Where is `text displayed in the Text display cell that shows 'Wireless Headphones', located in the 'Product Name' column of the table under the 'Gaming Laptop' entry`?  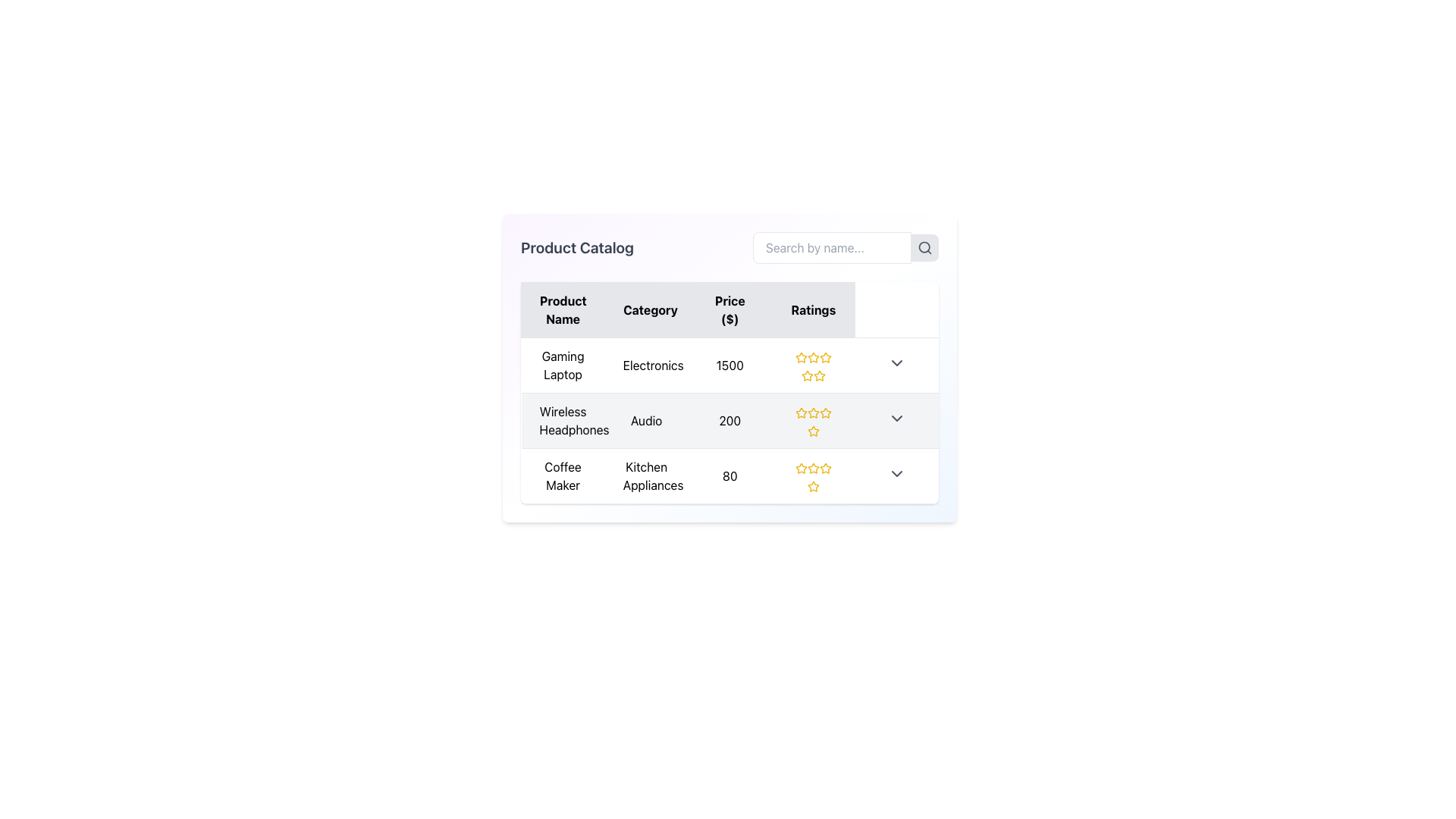
text displayed in the Text display cell that shows 'Wireless Headphones', located in the 'Product Name' column of the table under the 'Gaming Laptop' entry is located at coordinates (562, 421).